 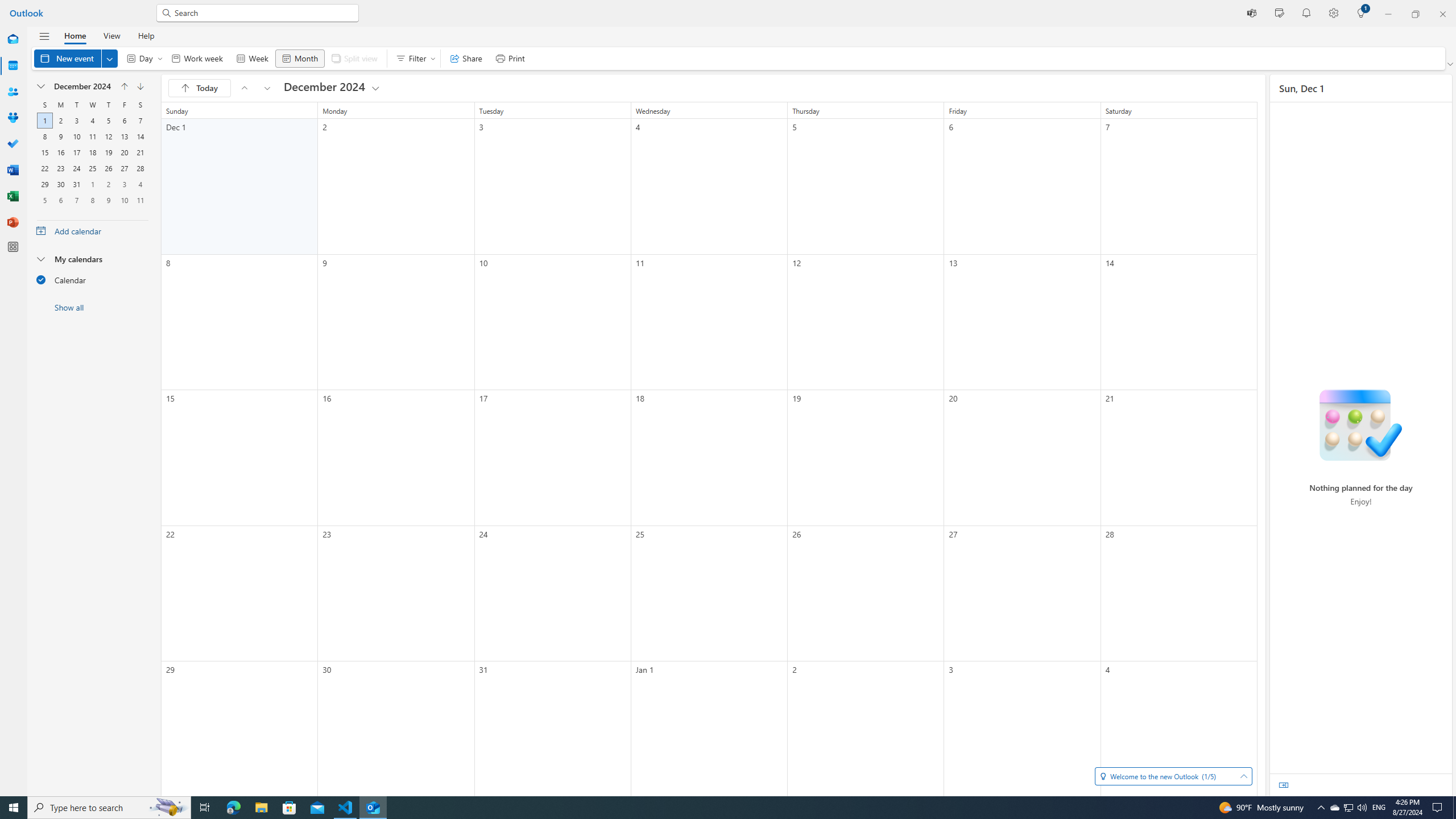 What do you see at coordinates (60, 120) in the screenshot?
I see `'2, December, 2024'` at bounding box center [60, 120].